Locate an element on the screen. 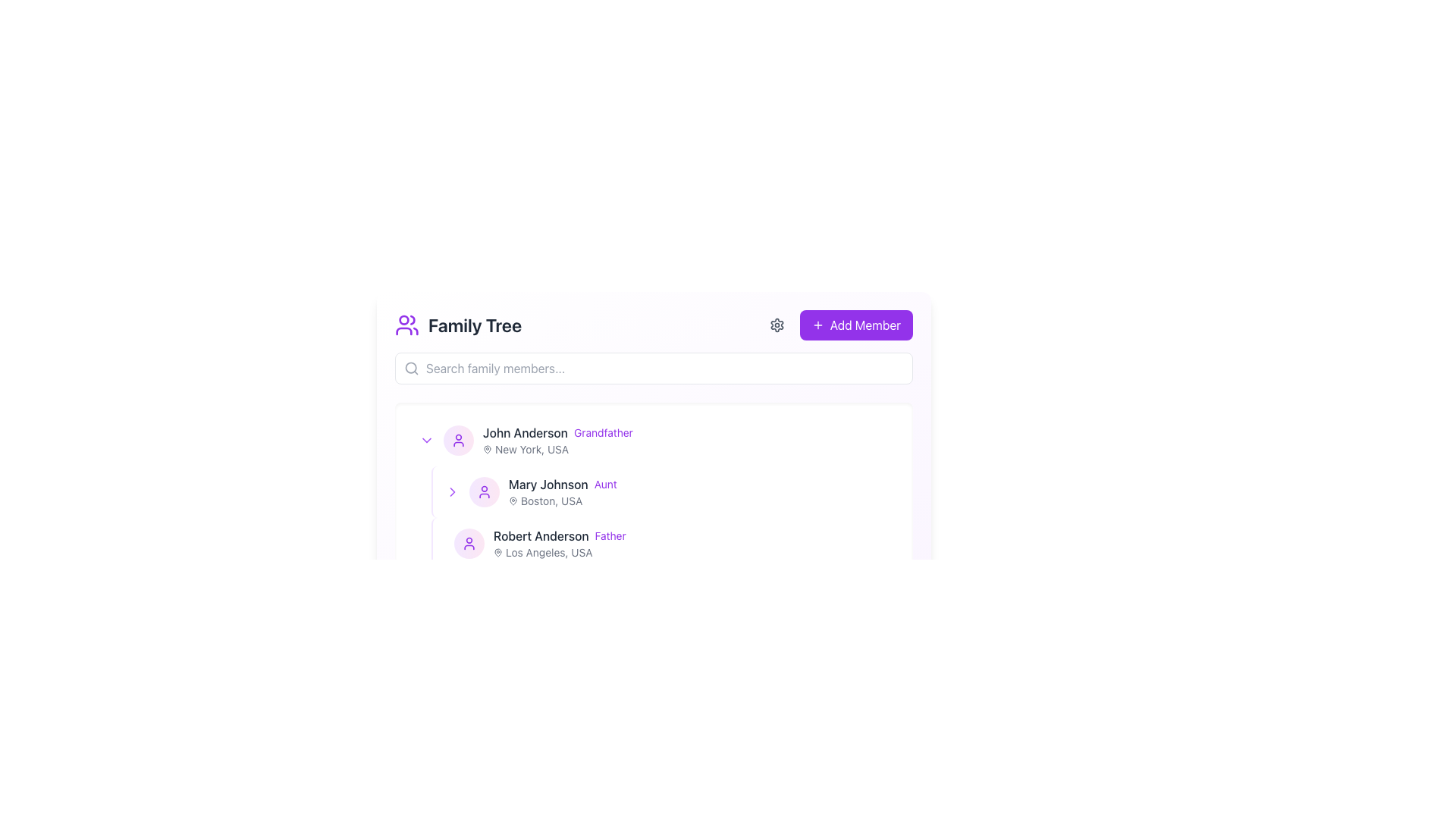  the text label displaying 'Aunt' in a purple font, which is part of the family relationship context following 'Mary Johnson' is located at coordinates (604, 485).